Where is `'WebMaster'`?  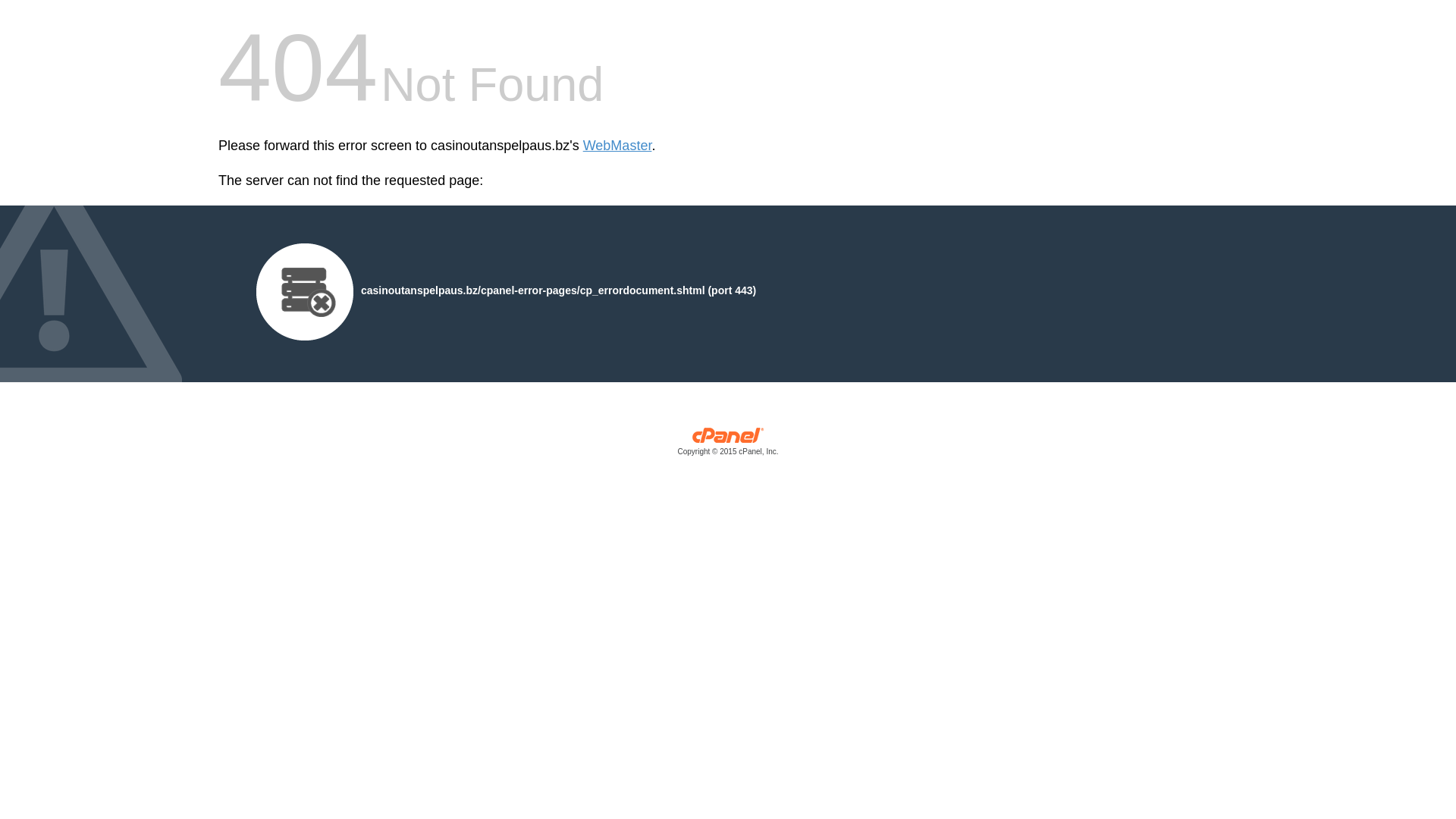
'WebMaster' is located at coordinates (582, 146).